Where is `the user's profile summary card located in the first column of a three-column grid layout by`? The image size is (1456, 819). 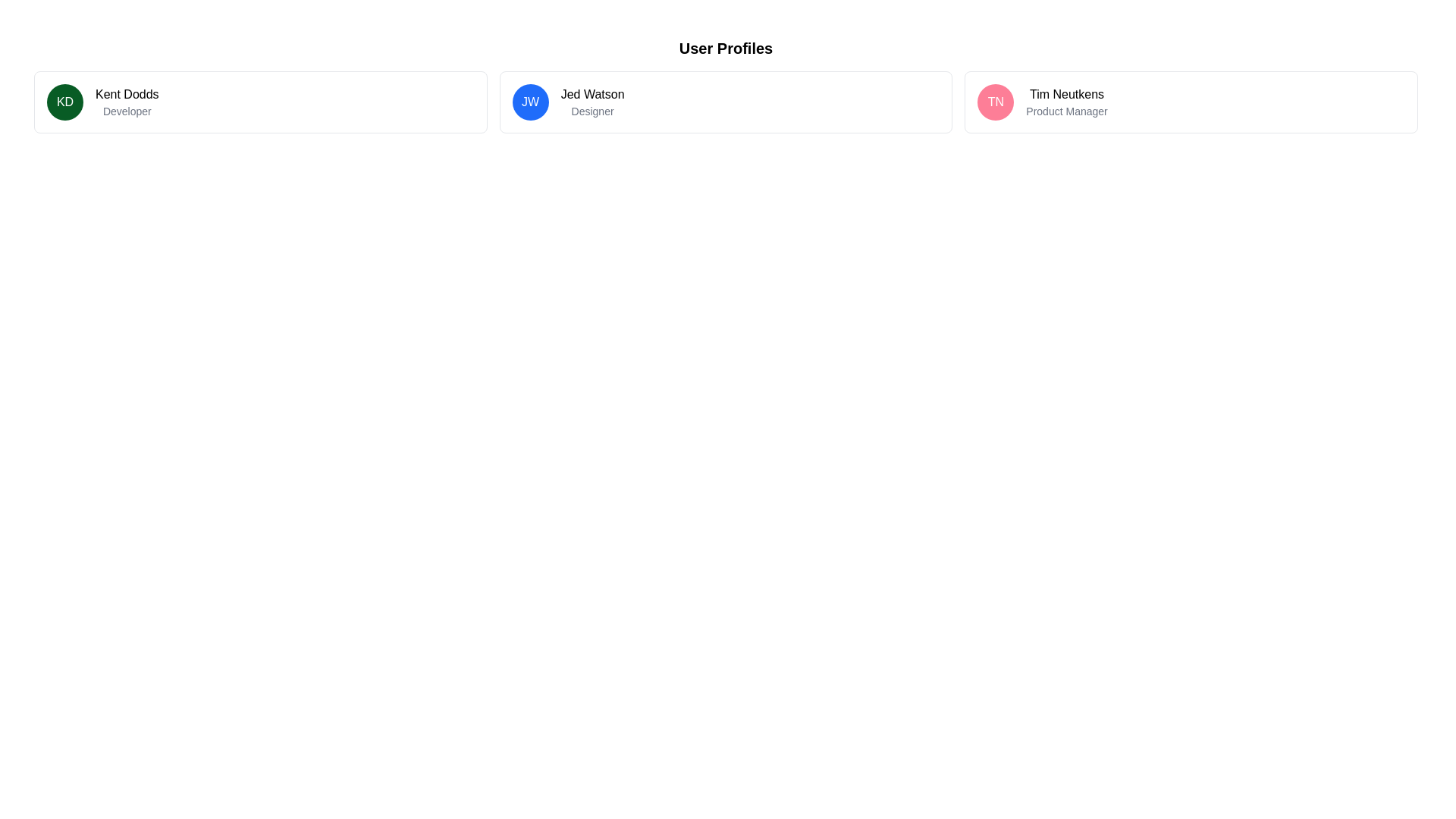 the user's profile summary card located in the first column of a three-column grid layout by is located at coordinates (260, 102).